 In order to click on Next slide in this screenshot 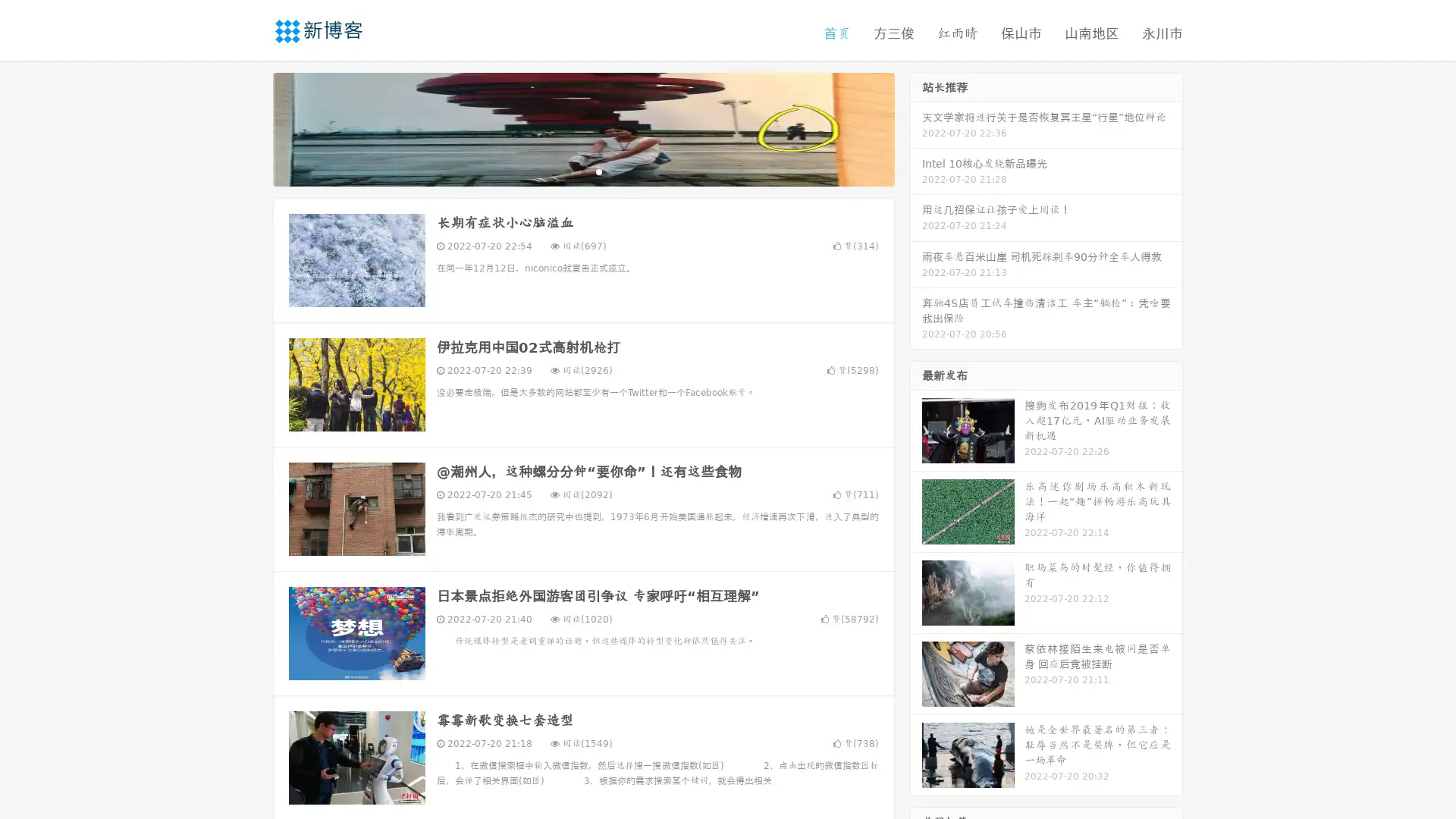, I will do `click(916, 127)`.